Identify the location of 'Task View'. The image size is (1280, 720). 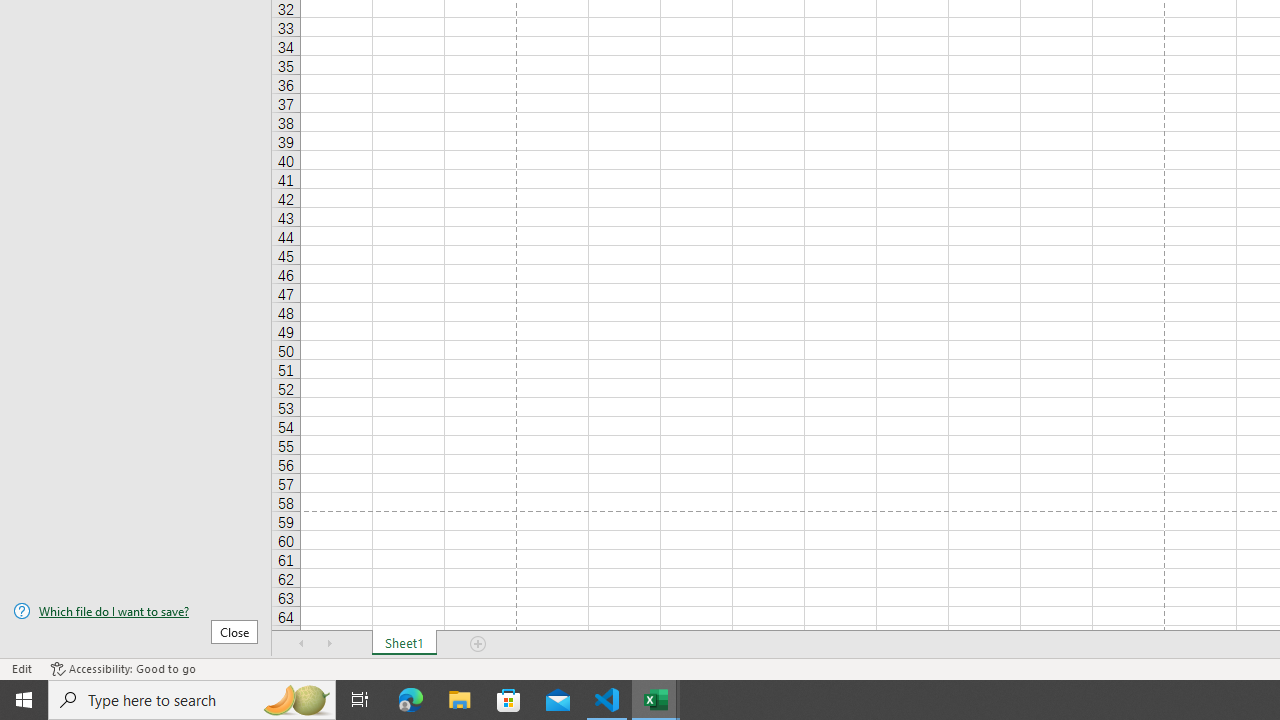
(359, 698).